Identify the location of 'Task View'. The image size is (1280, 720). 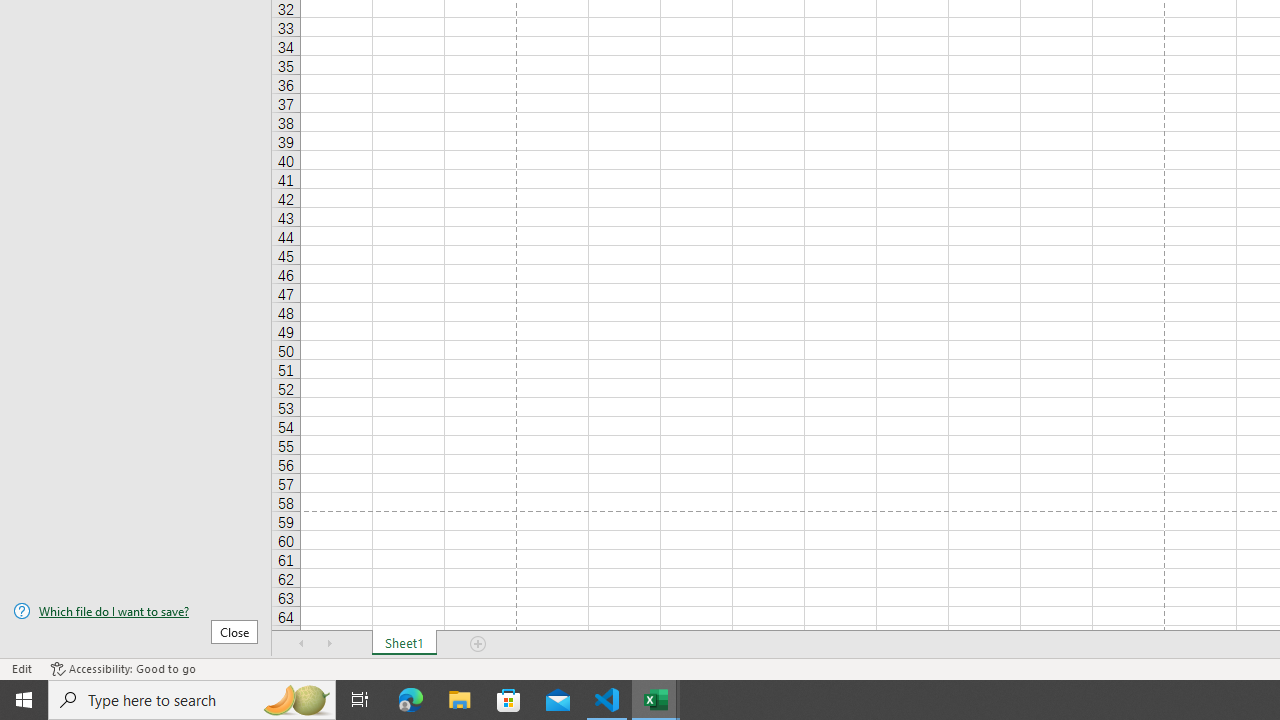
(359, 698).